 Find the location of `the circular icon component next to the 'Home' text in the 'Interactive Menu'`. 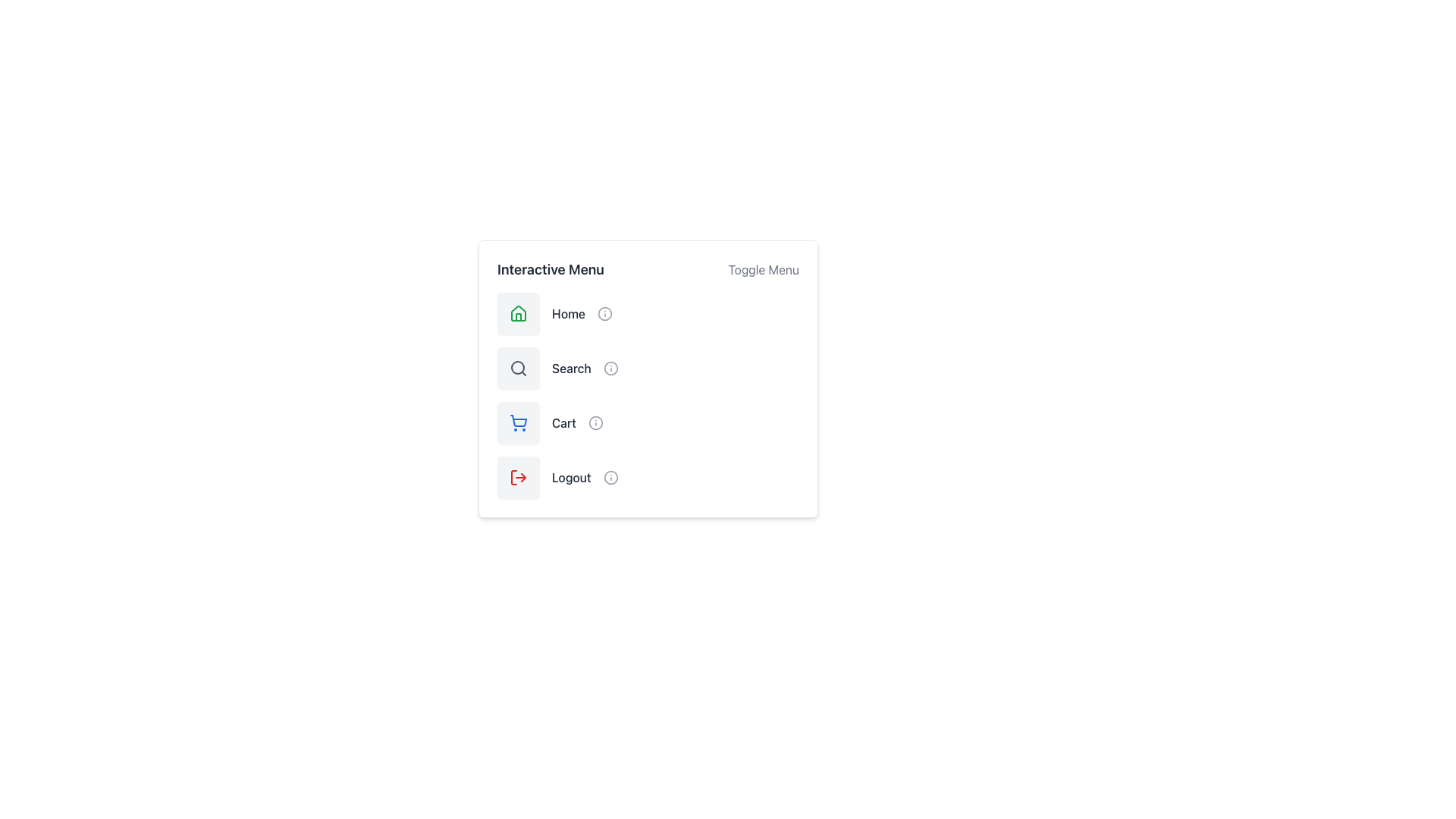

the circular icon component next to the 'Home' text in the 'Interactive Menu' is located at coordinates (604, 312).